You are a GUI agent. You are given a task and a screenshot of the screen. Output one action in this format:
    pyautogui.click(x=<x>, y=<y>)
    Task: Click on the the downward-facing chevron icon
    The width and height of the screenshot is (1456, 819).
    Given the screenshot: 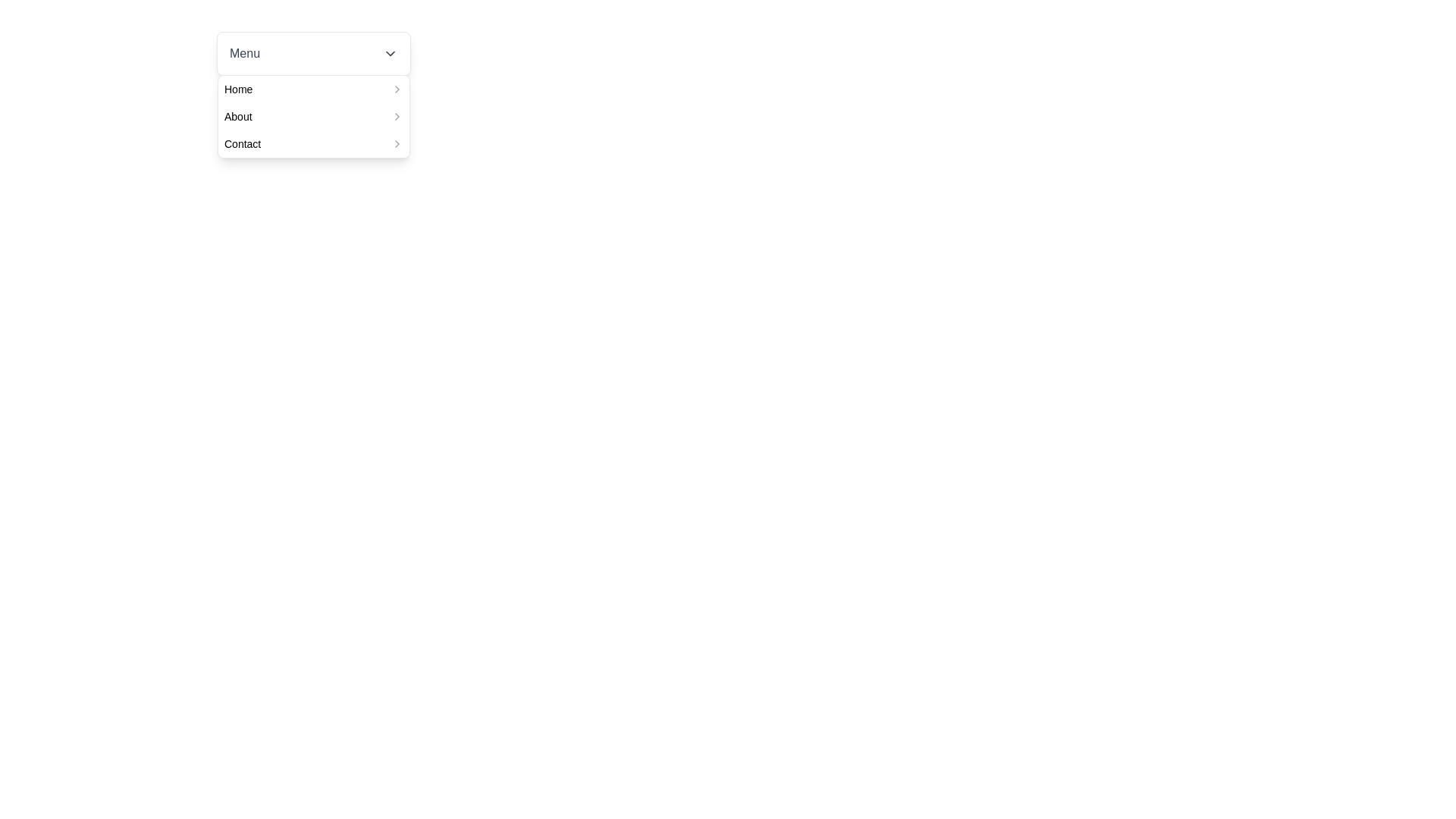 What is the action you would take?
    pyautogui.click(x=390, y=52)
    